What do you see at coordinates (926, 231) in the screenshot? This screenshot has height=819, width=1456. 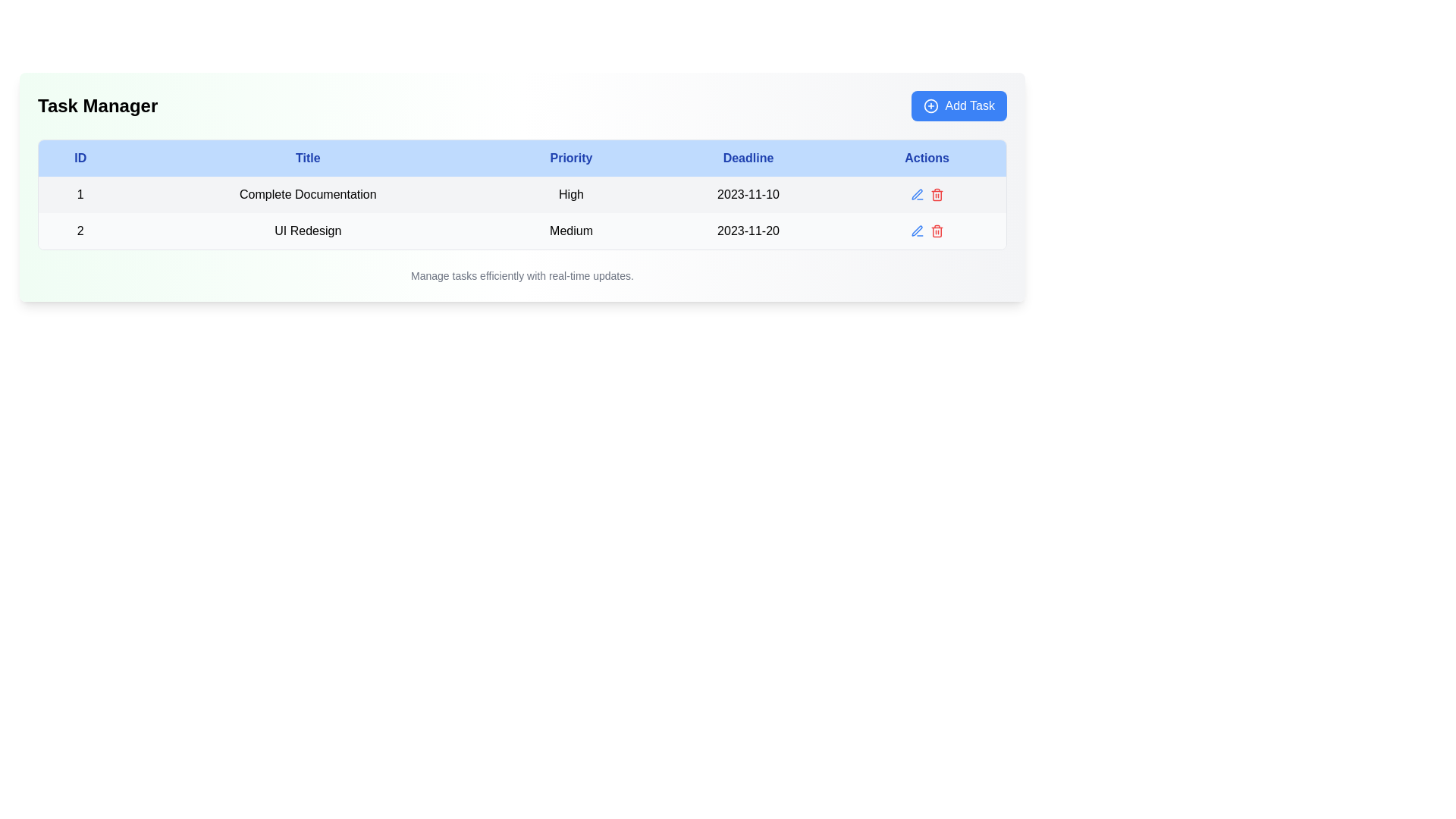 I see `the delete icon in the action menu of the second row of the task table` at bounding box center [926, 231].